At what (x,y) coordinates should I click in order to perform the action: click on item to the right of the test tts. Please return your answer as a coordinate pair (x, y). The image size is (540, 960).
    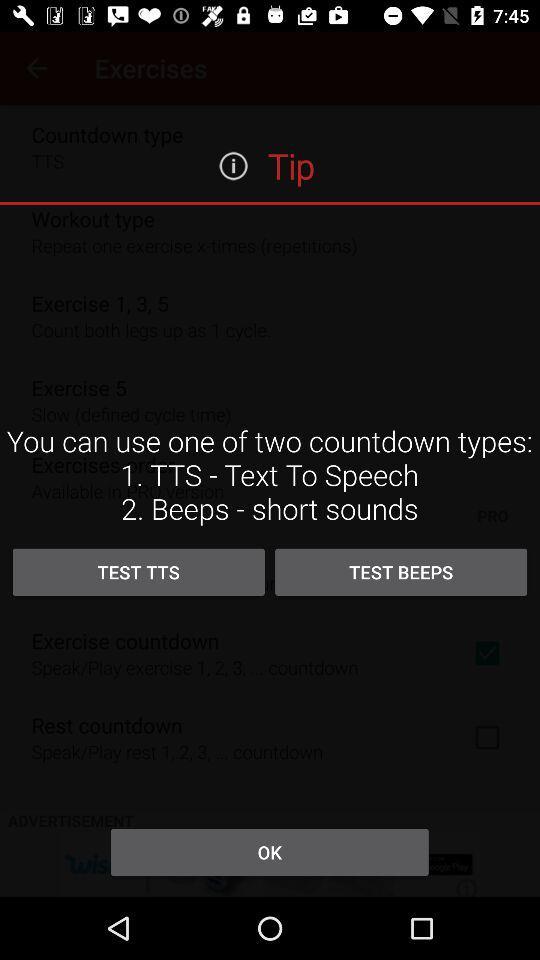
    Looking at the image, I should click on (401, 572).